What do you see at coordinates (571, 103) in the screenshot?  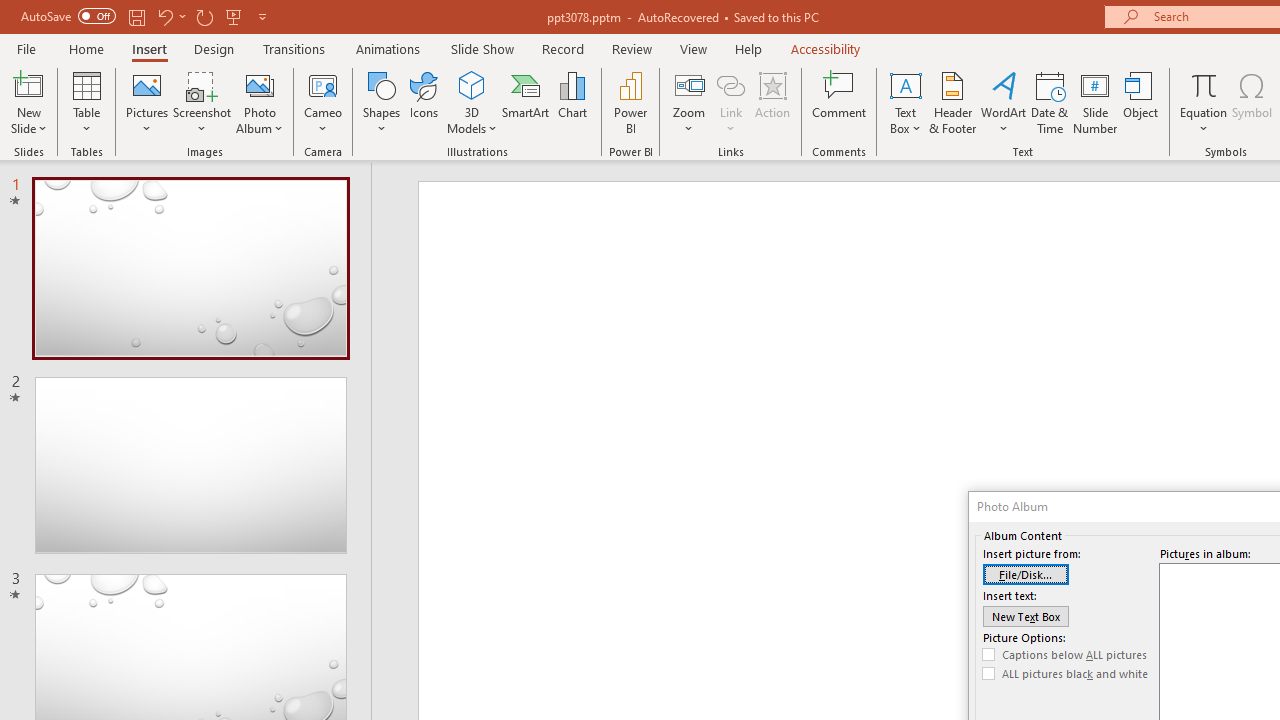 I see `'Chart...'` at bounding box center [571, 103].